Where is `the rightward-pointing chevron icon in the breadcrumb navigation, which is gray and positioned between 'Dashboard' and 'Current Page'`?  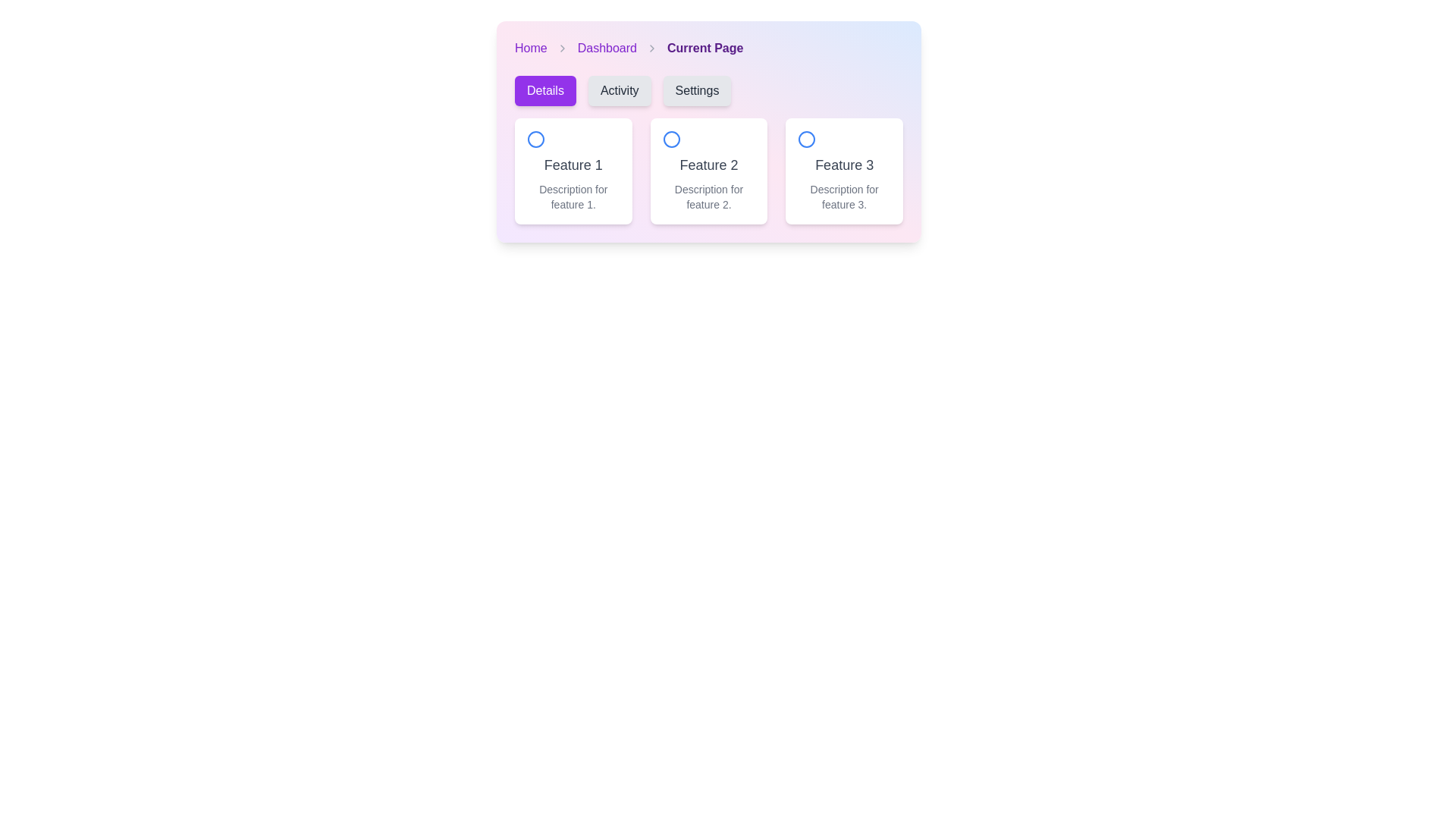
the rightward-pointing chevron icon in the breadcrumb navigation, which is gray and positioned between 'Dashboard' and 'Current Page' is located at coordinates (651, 48).